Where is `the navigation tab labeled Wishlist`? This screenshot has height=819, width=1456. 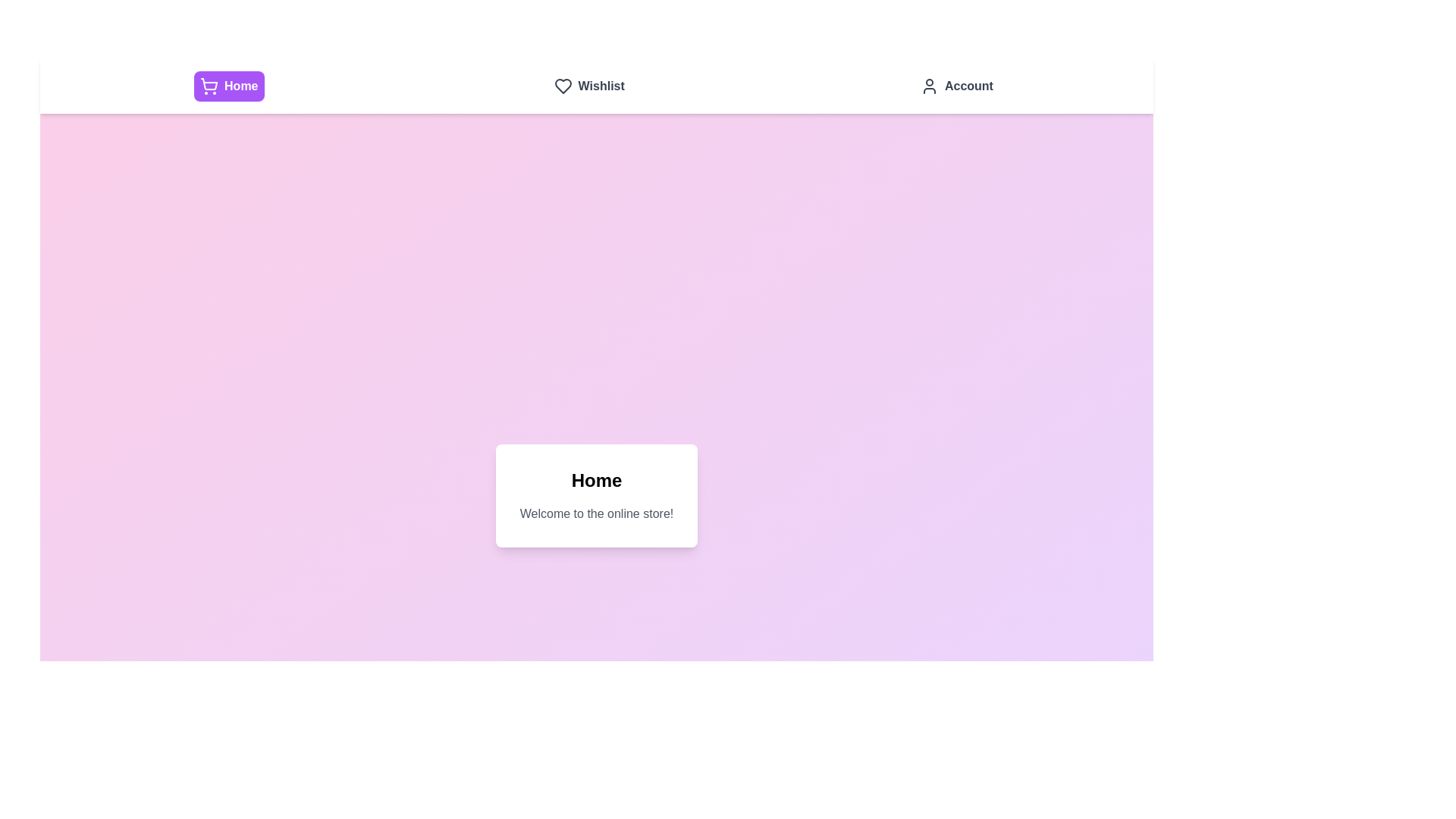
the navigation tab labeled Wishlist is located at coordinates (588, 86).